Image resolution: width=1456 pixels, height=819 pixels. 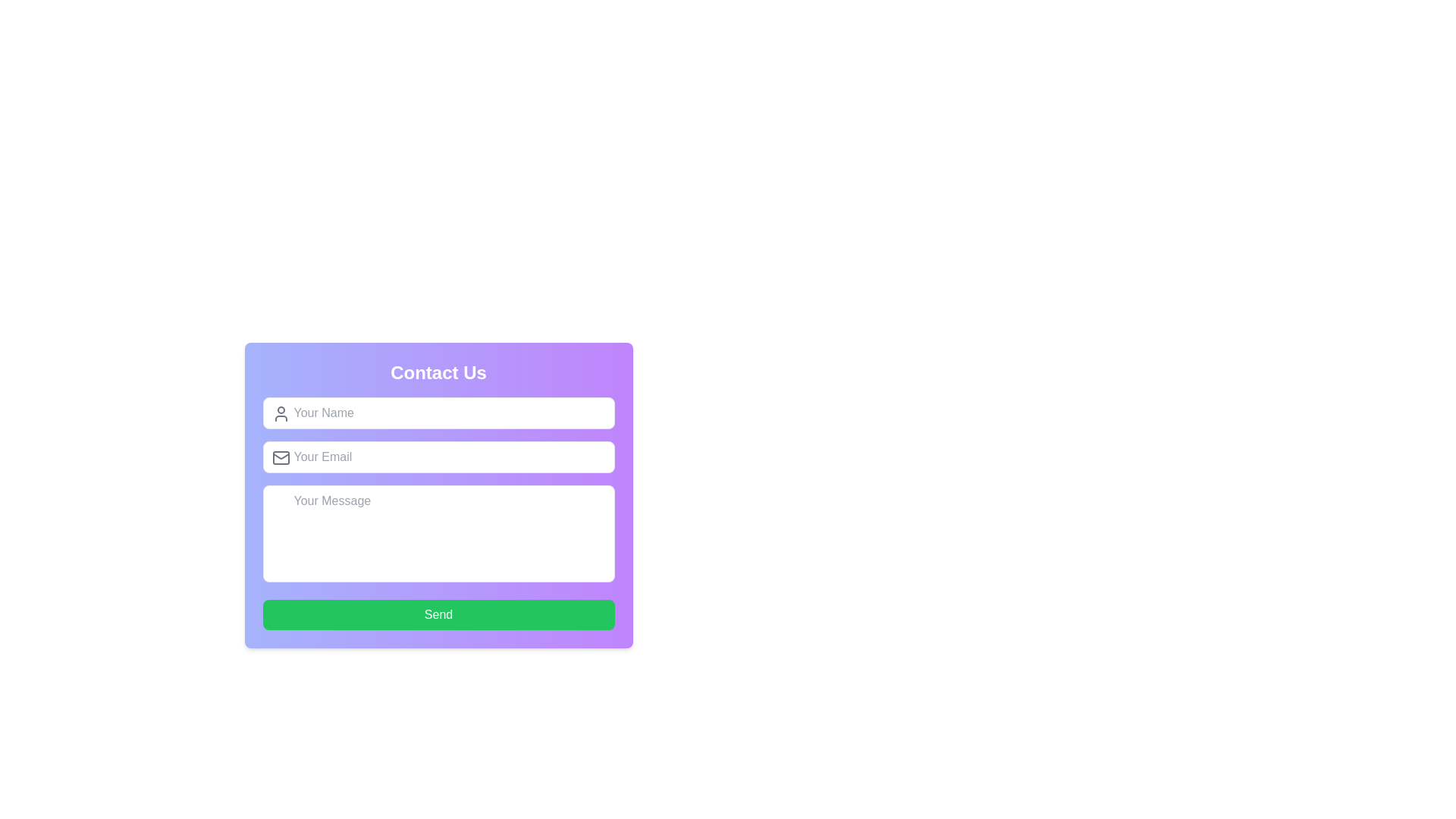 What do you see at coordinates (438, 614) in the screenshot?
I see `the submit button at the bottom of the form` at bounding box center [438, 614].